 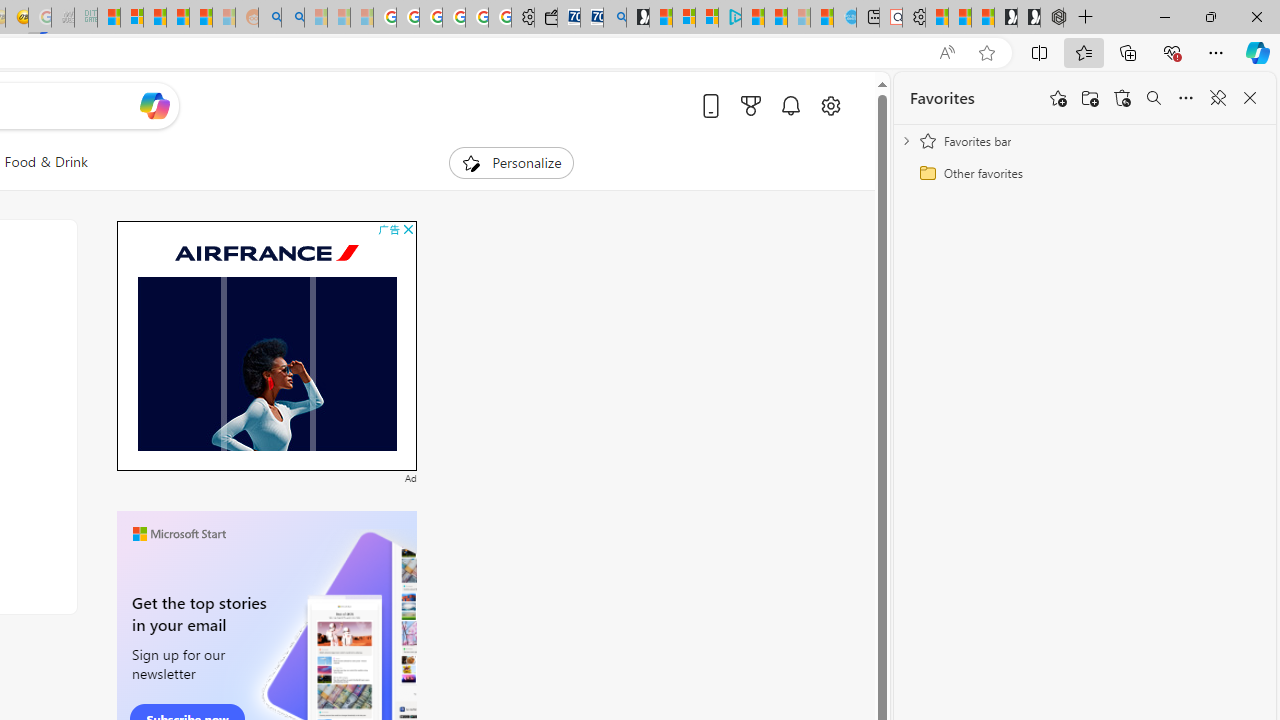 I want to click on 'Close favorites', so click(x=1249, y=98).